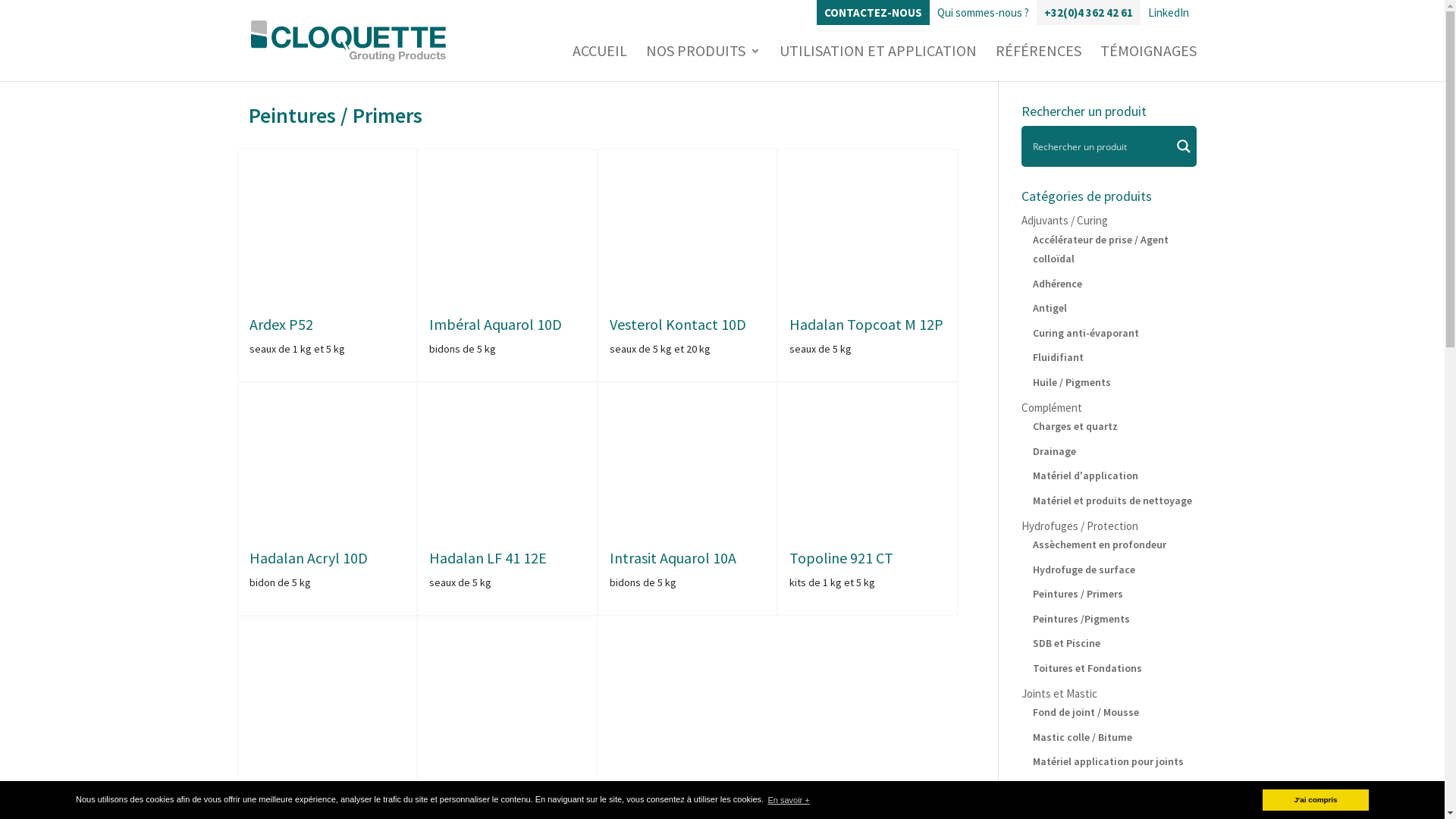  What do you see at coordinates (1021, 220) in the screenshot?
I see `'Adjuvants / Curing'` at bounding box center [1021, 220].